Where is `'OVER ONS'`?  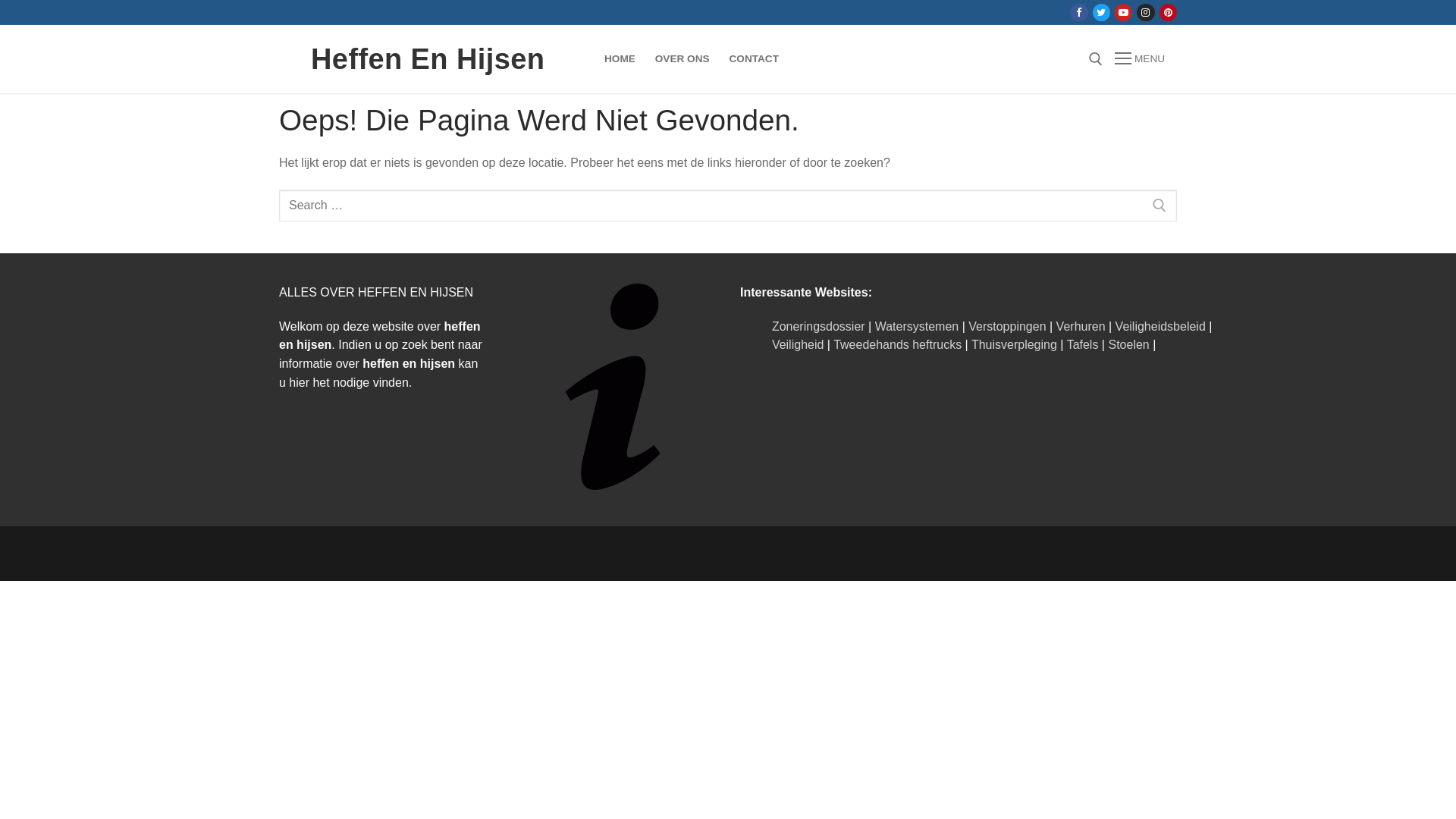 'OVER ONS' is located at coordinates (682, 58).